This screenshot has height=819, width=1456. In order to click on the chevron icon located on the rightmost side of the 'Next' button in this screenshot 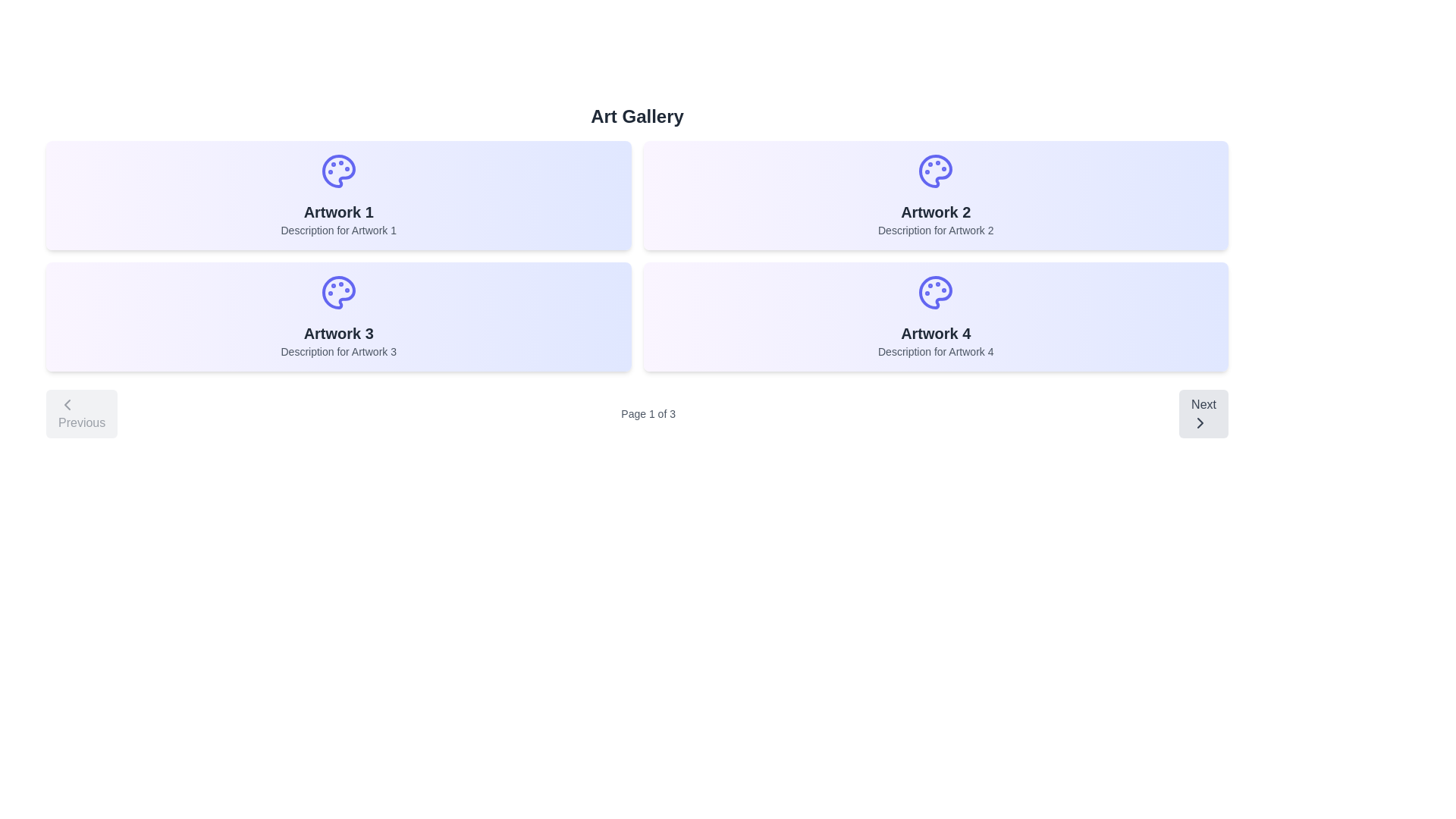, I will do `click(1200, 423)`.